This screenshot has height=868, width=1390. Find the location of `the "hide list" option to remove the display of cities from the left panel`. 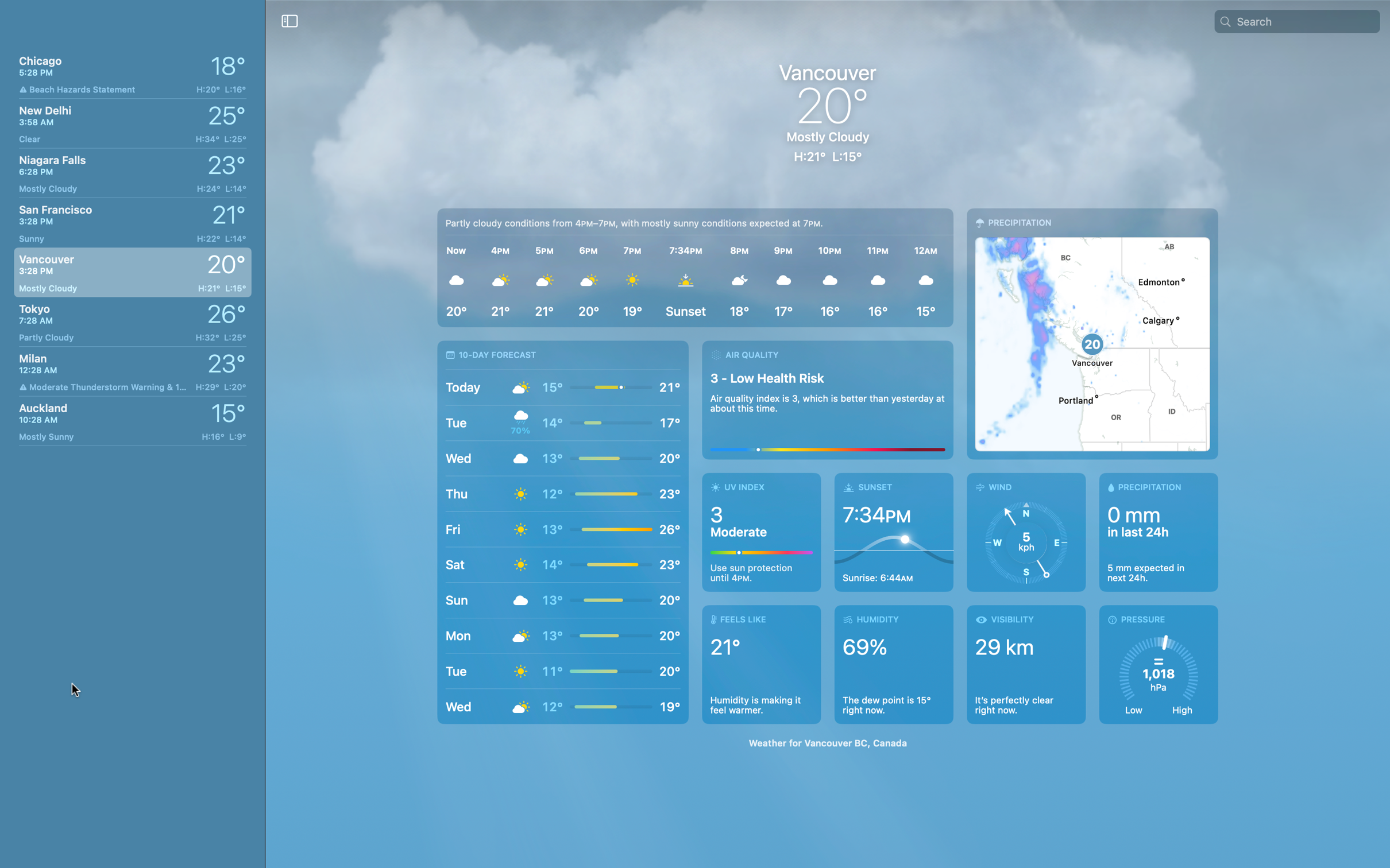

the "hide list" option to remove the display of cities from the left panel is located at coordinates (289, 20).